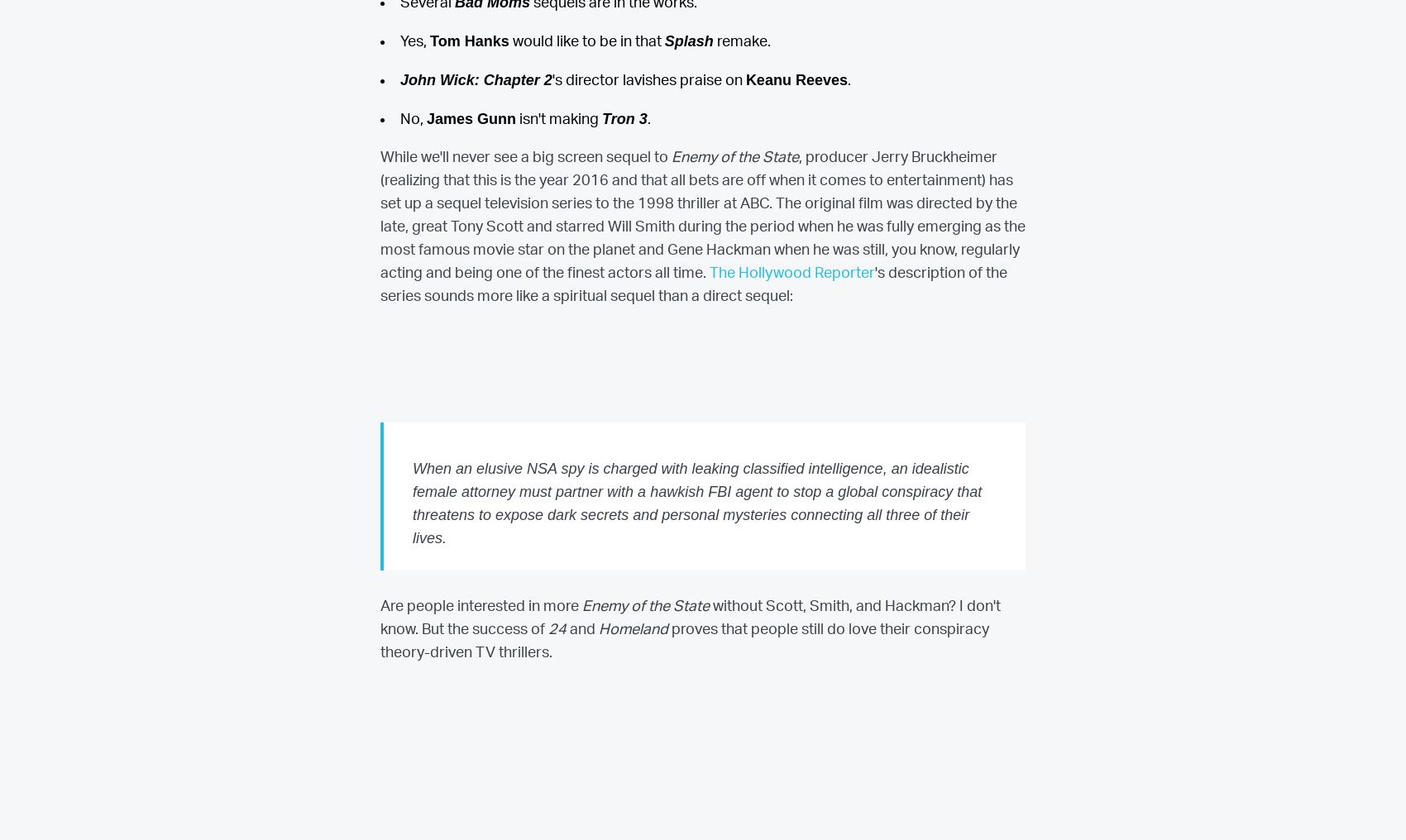  Describe the element at coordinates (557, 628) in the screenshot. I see `'24'` at that location.